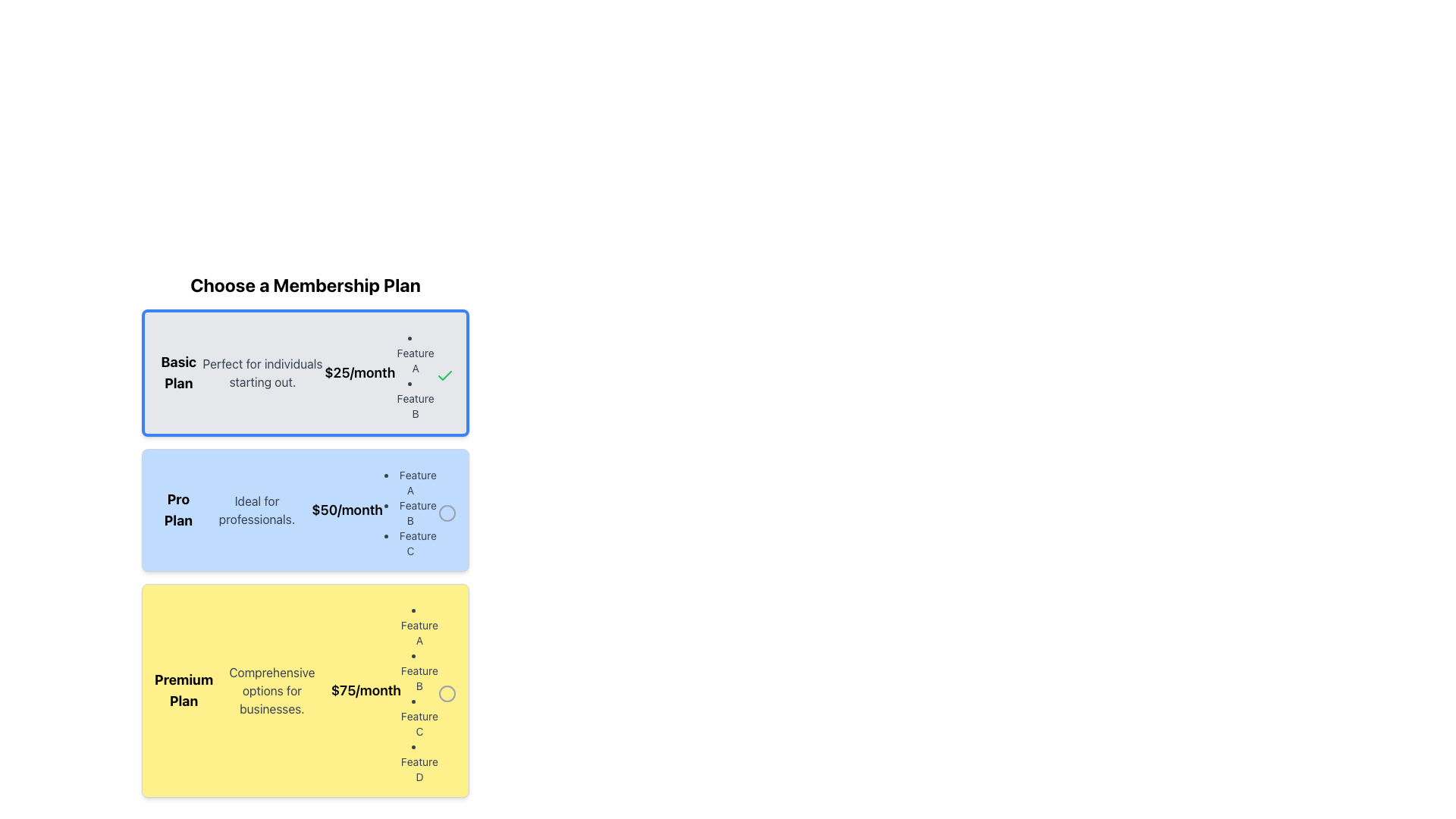 The width and height of the screenshot is (1456, 819). I want to click on text label displaying the monthly cost of the 'Basic Plan', which is located in the third column of the membership options grid, so click(359, 373).